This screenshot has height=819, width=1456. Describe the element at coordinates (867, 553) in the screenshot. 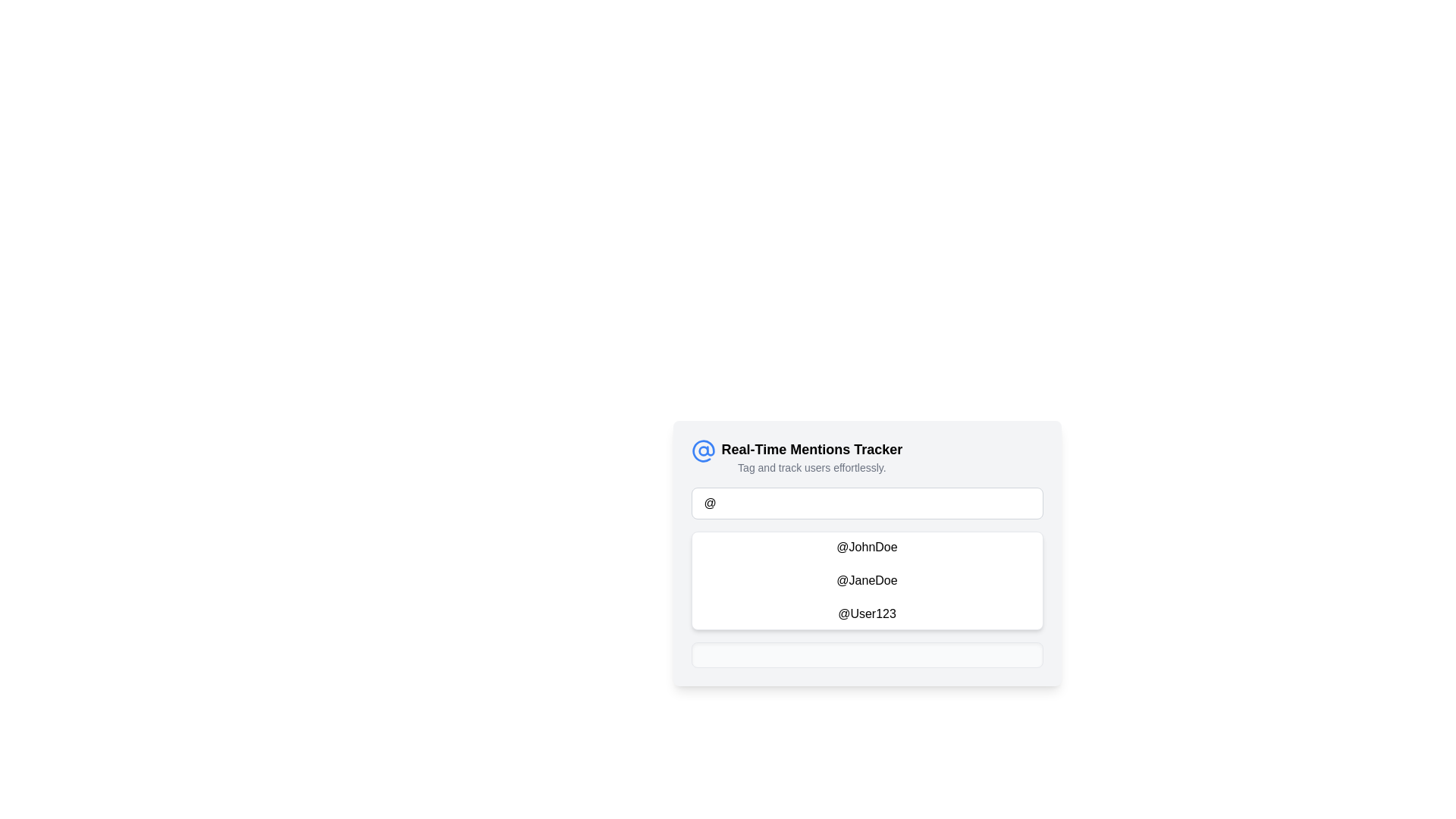

I see `the user mention text element displaying '@JohnDoe', which is the first item` at that location.